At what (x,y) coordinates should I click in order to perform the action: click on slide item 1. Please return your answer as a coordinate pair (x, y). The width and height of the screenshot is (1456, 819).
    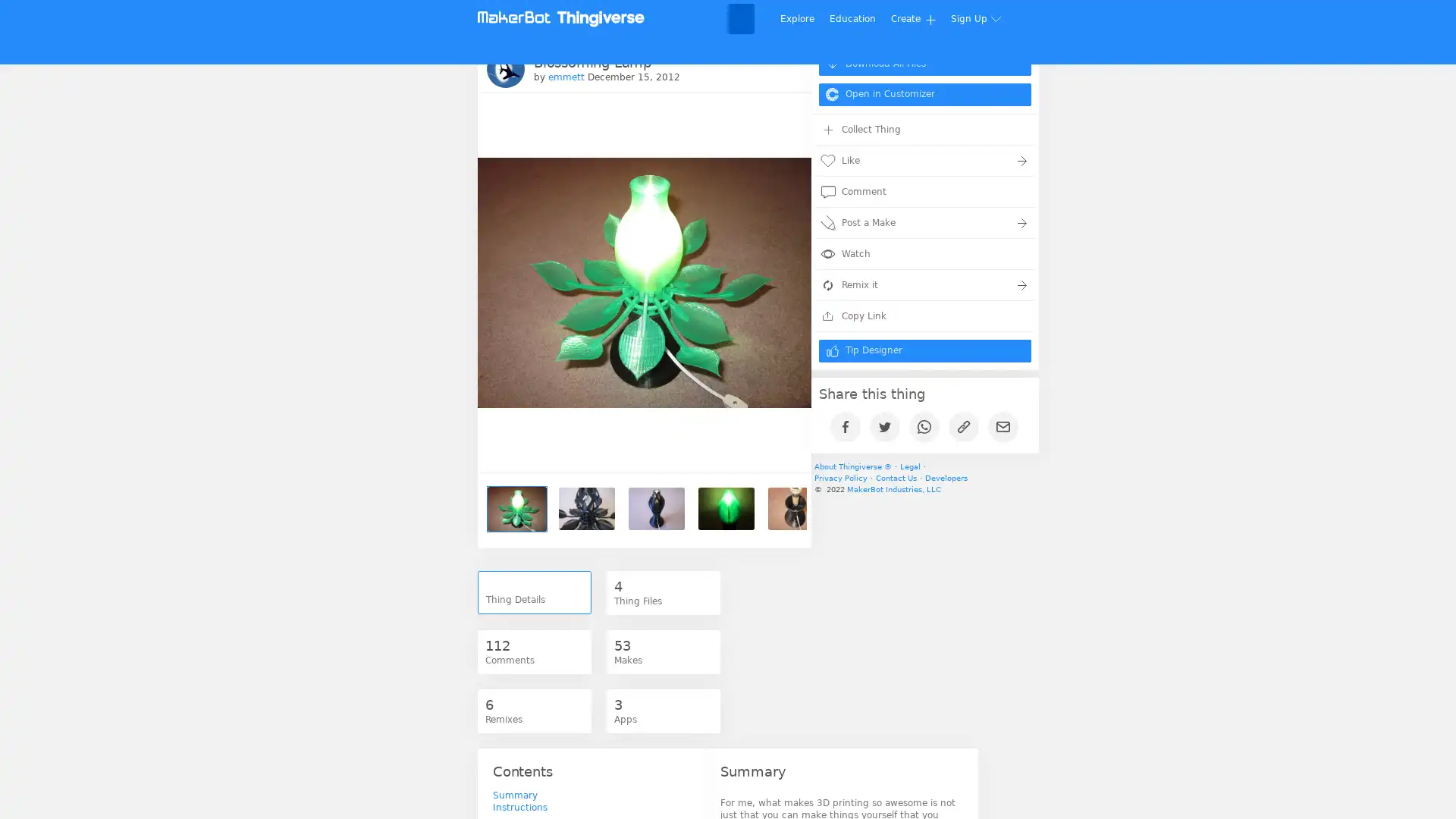
    Looking at the image, I should click on (516, 508).